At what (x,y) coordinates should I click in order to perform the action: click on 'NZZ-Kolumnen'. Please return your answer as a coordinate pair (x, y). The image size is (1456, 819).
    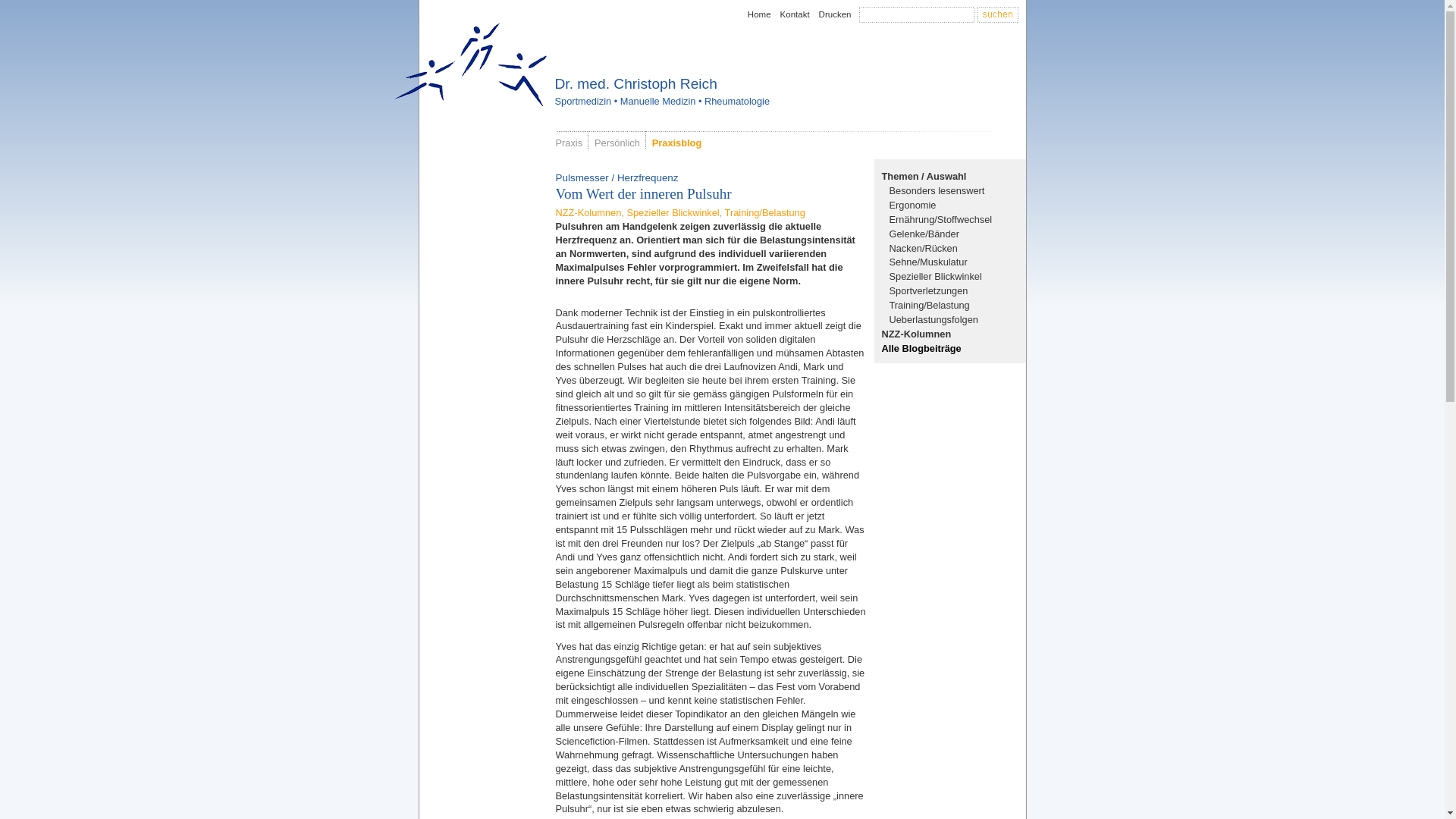
    Looking at the image, I should click on (587, 212).